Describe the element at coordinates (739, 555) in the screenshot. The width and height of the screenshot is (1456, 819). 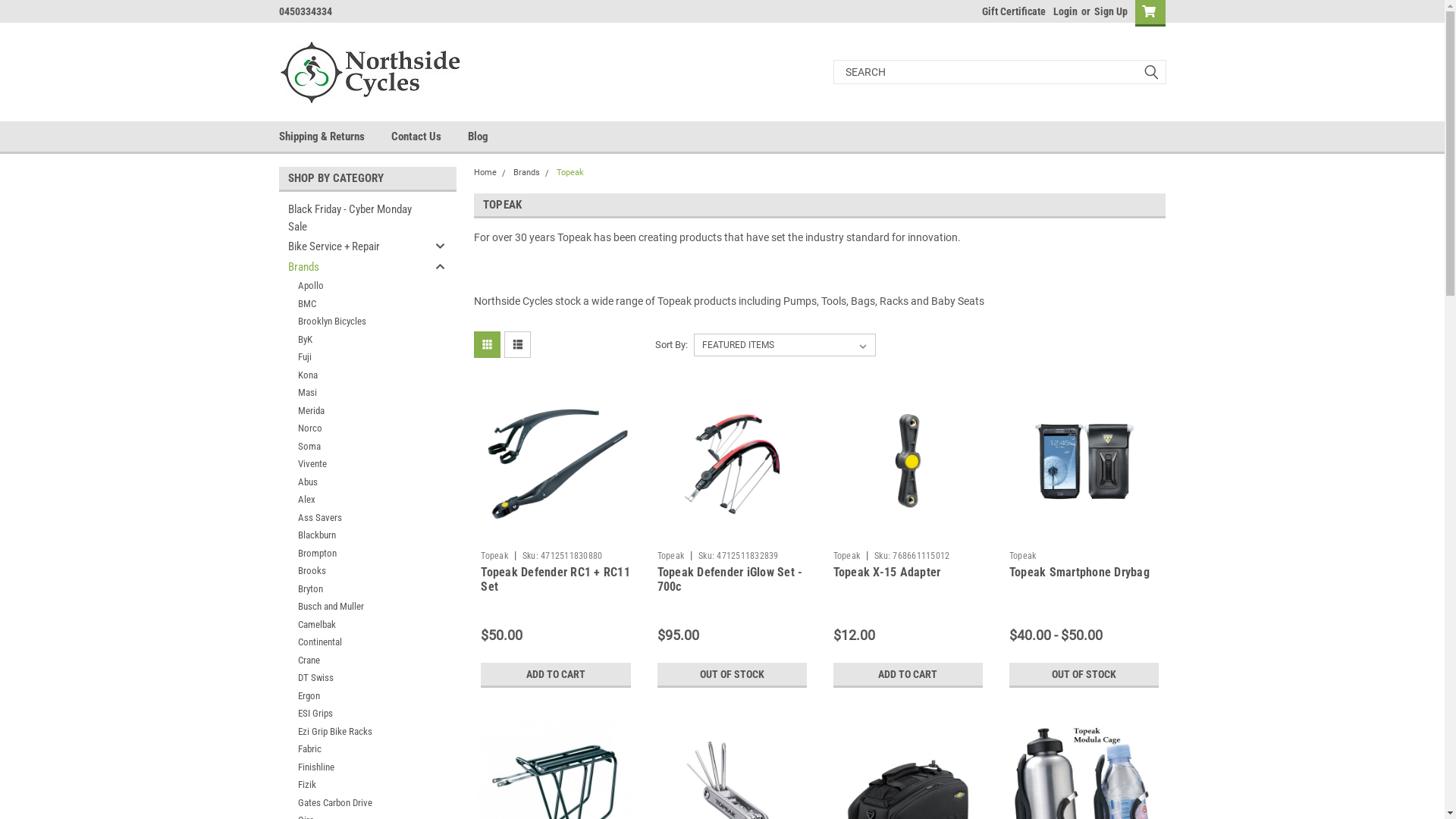
I see `'Sku: 4712511832839'` at that location.